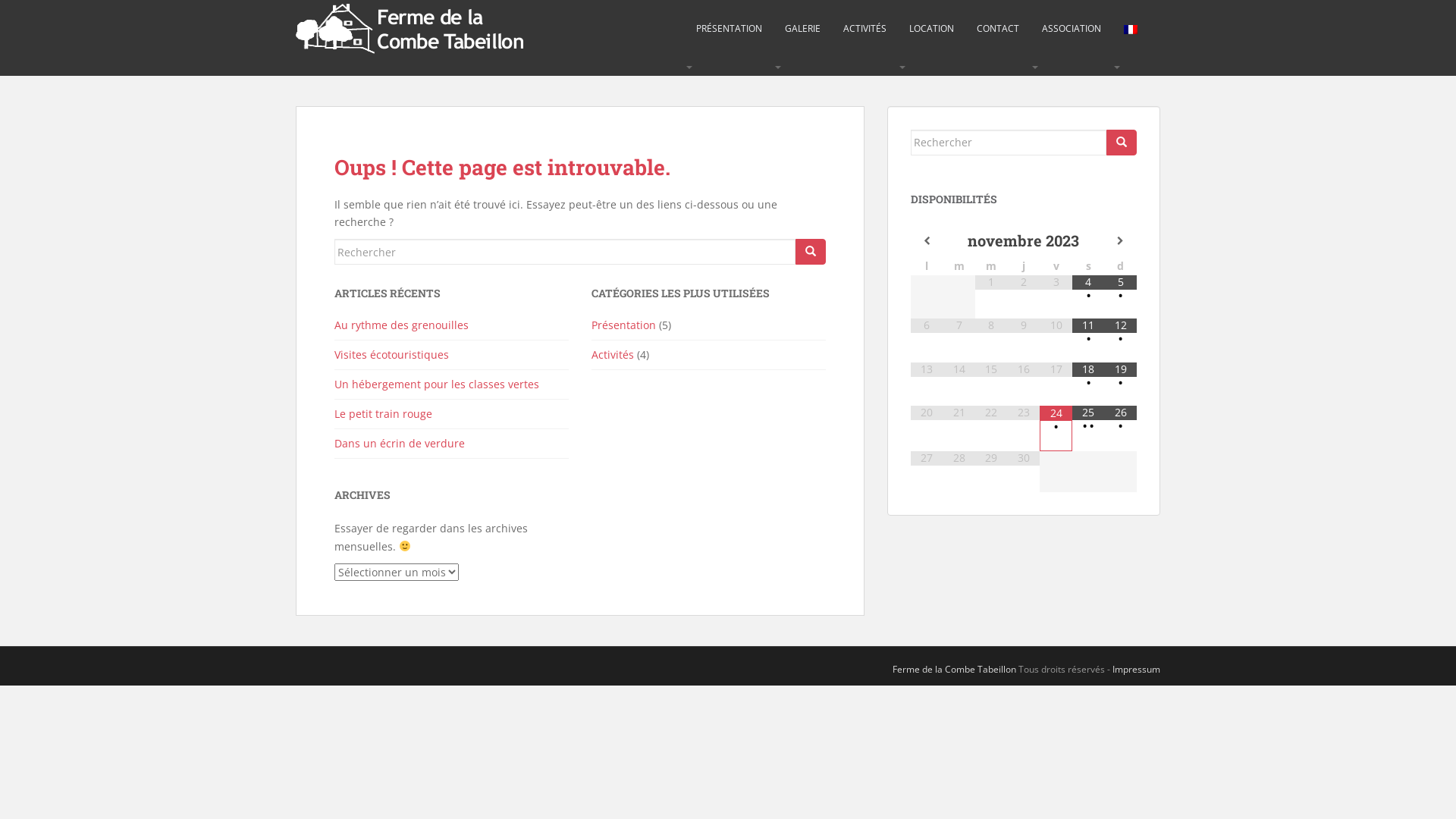  What do you see at coordinates (1112, 668) in the screenshot?
I see `'Impressum'` at bounding box center [1112, 668].